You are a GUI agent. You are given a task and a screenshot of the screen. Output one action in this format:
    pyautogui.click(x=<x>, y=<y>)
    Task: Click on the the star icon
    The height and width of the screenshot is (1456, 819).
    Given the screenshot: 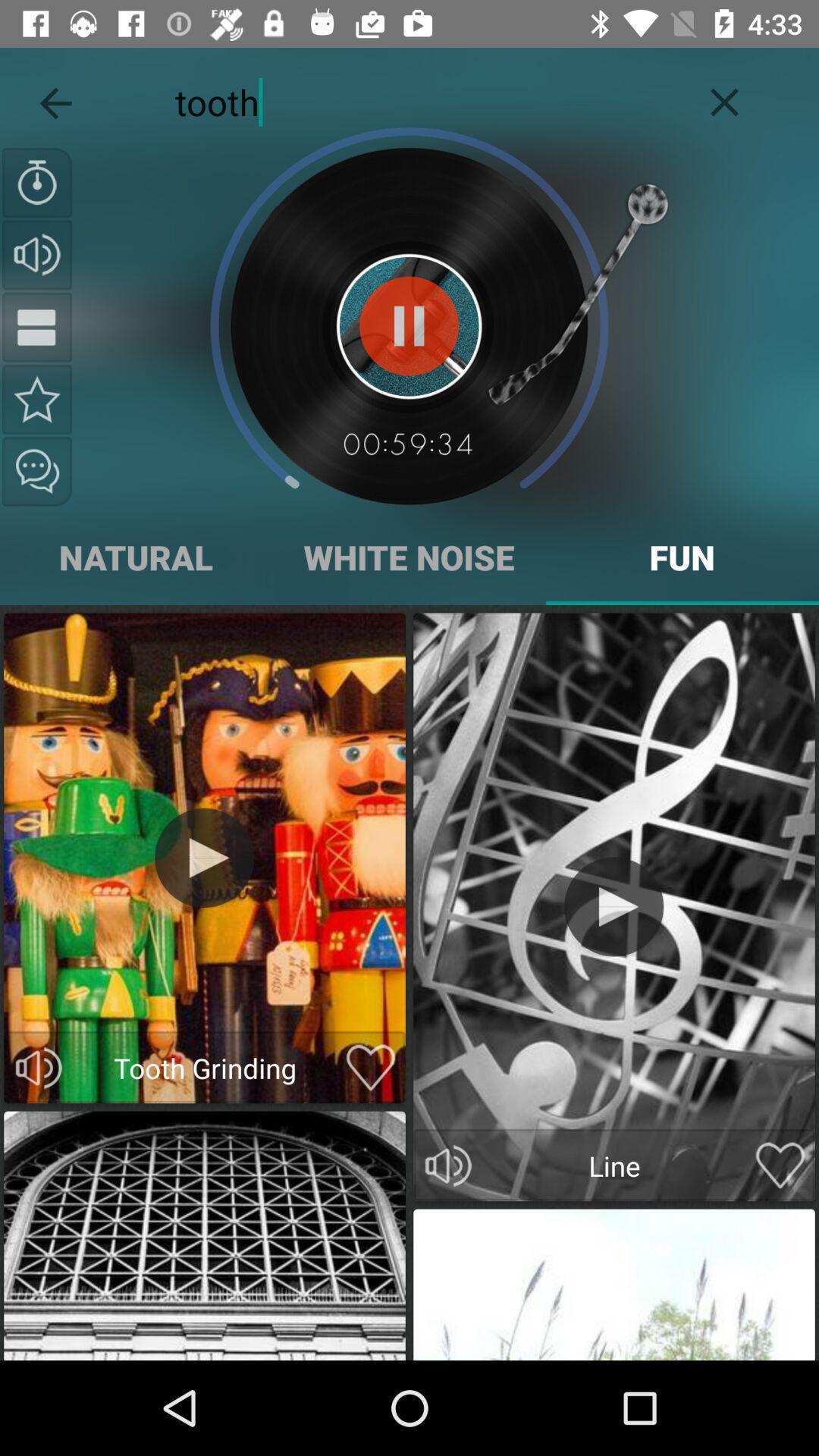 What is the action you would take?
    pyautogui.click(x=36, y=399)
    